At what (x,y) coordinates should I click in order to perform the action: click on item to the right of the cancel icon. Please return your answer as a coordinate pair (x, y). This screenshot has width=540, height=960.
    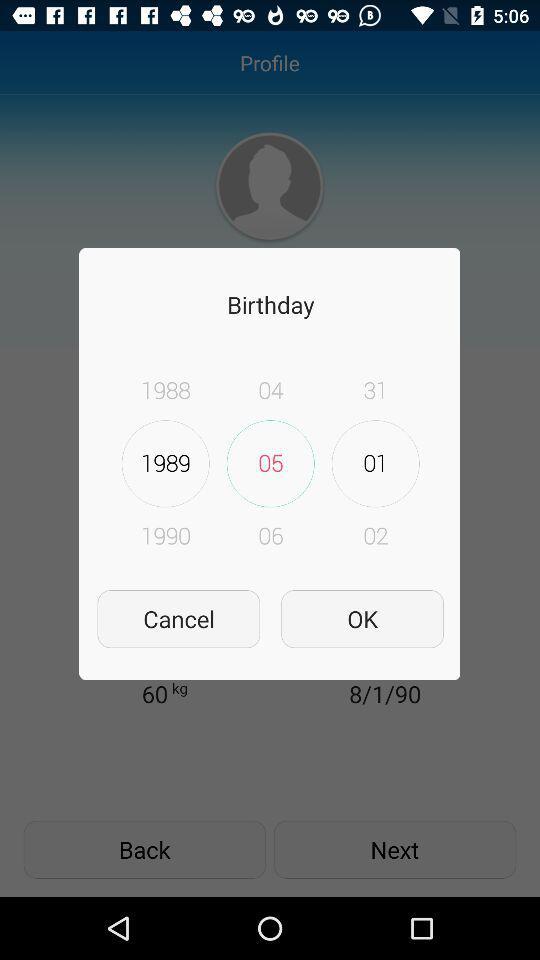
    Looking at the image, I should click on (361, 618).